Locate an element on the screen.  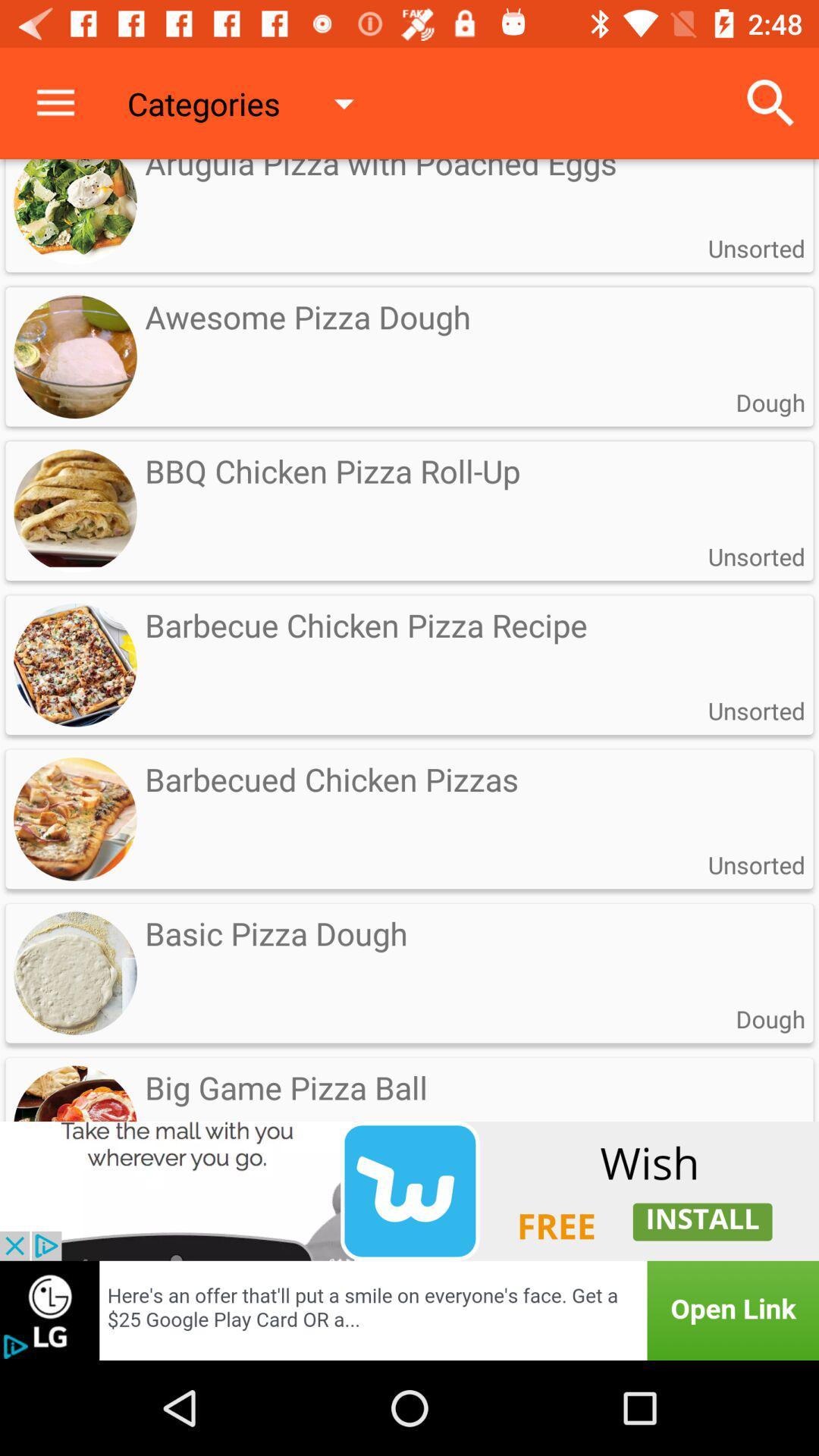
advertisement page is located at coordinates (409, 1190).